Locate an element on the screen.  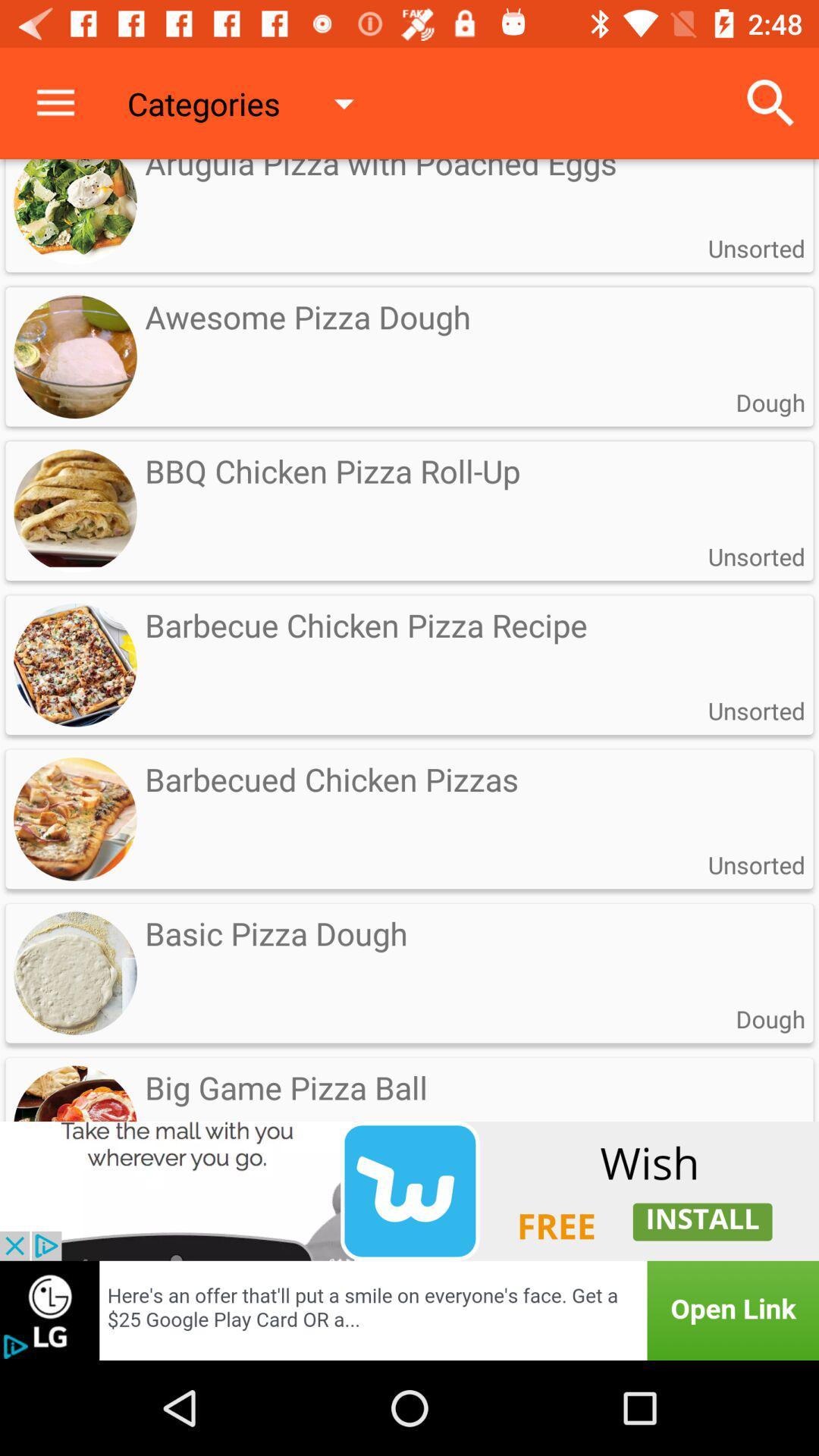
advertisement page is located at coordinates (409, 1190).